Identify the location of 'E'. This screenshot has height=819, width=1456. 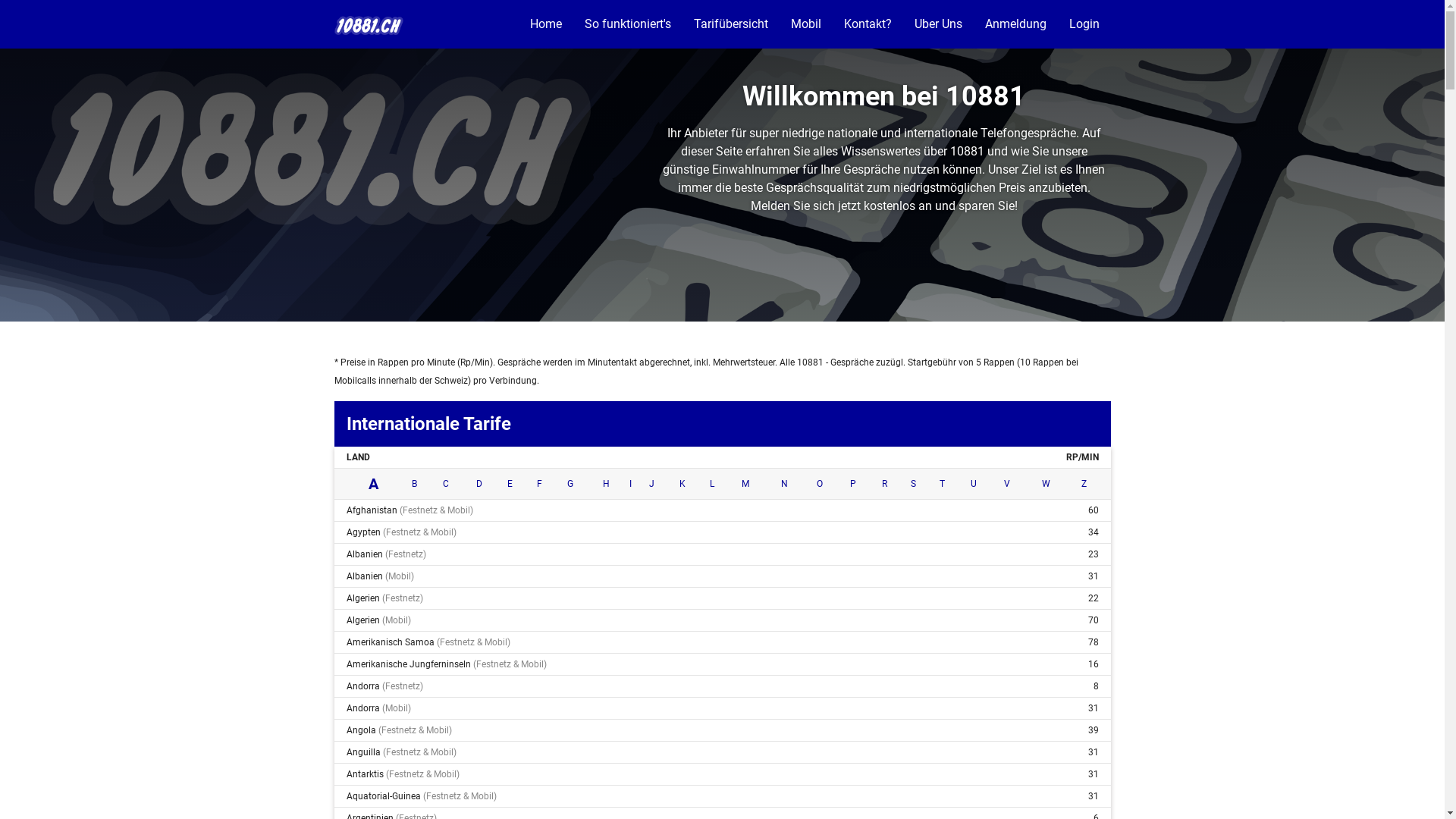
(510, 483).